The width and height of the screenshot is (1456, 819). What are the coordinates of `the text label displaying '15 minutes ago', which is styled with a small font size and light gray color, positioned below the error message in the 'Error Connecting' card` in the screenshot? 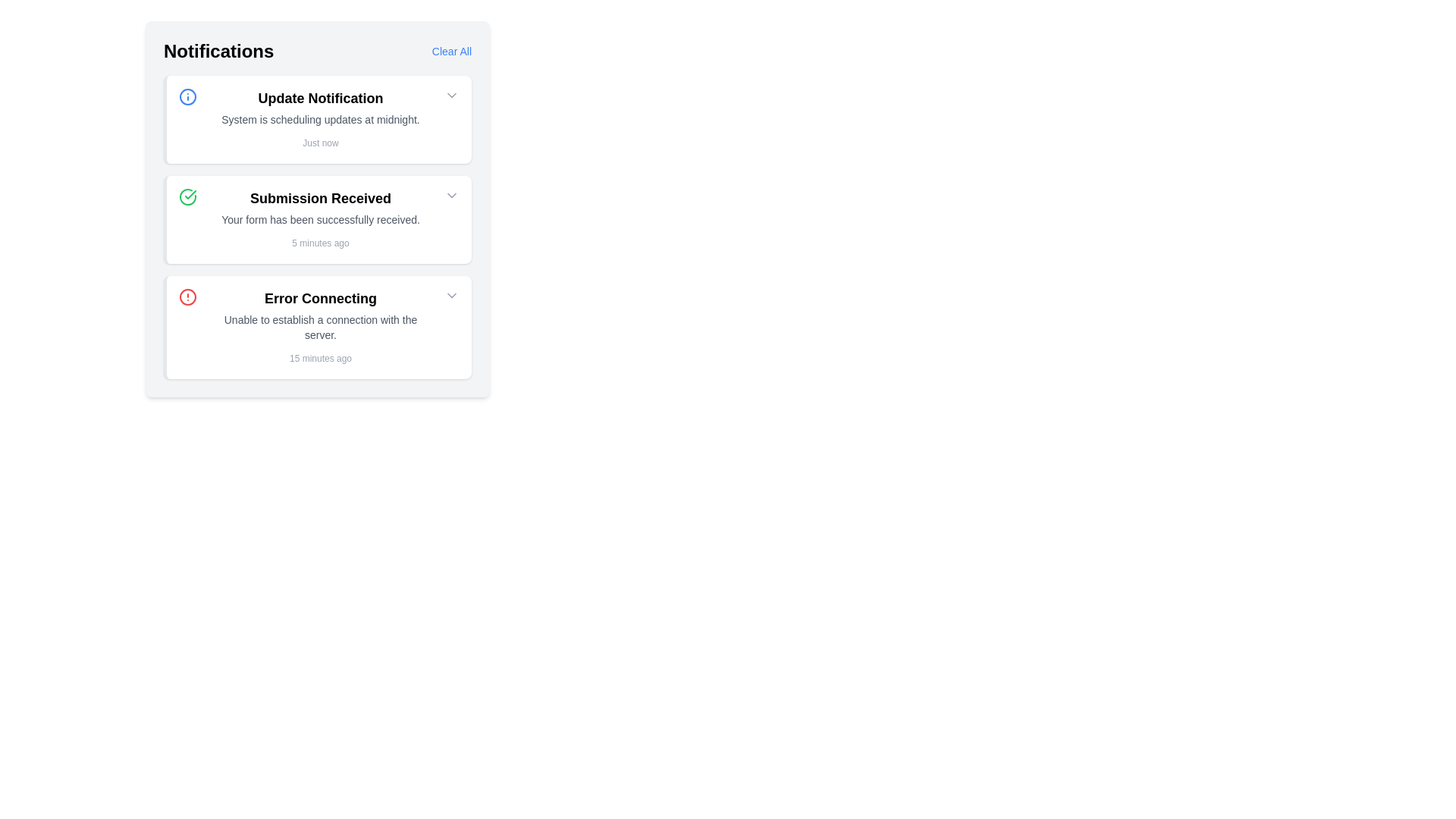 It's located at (319, 359).